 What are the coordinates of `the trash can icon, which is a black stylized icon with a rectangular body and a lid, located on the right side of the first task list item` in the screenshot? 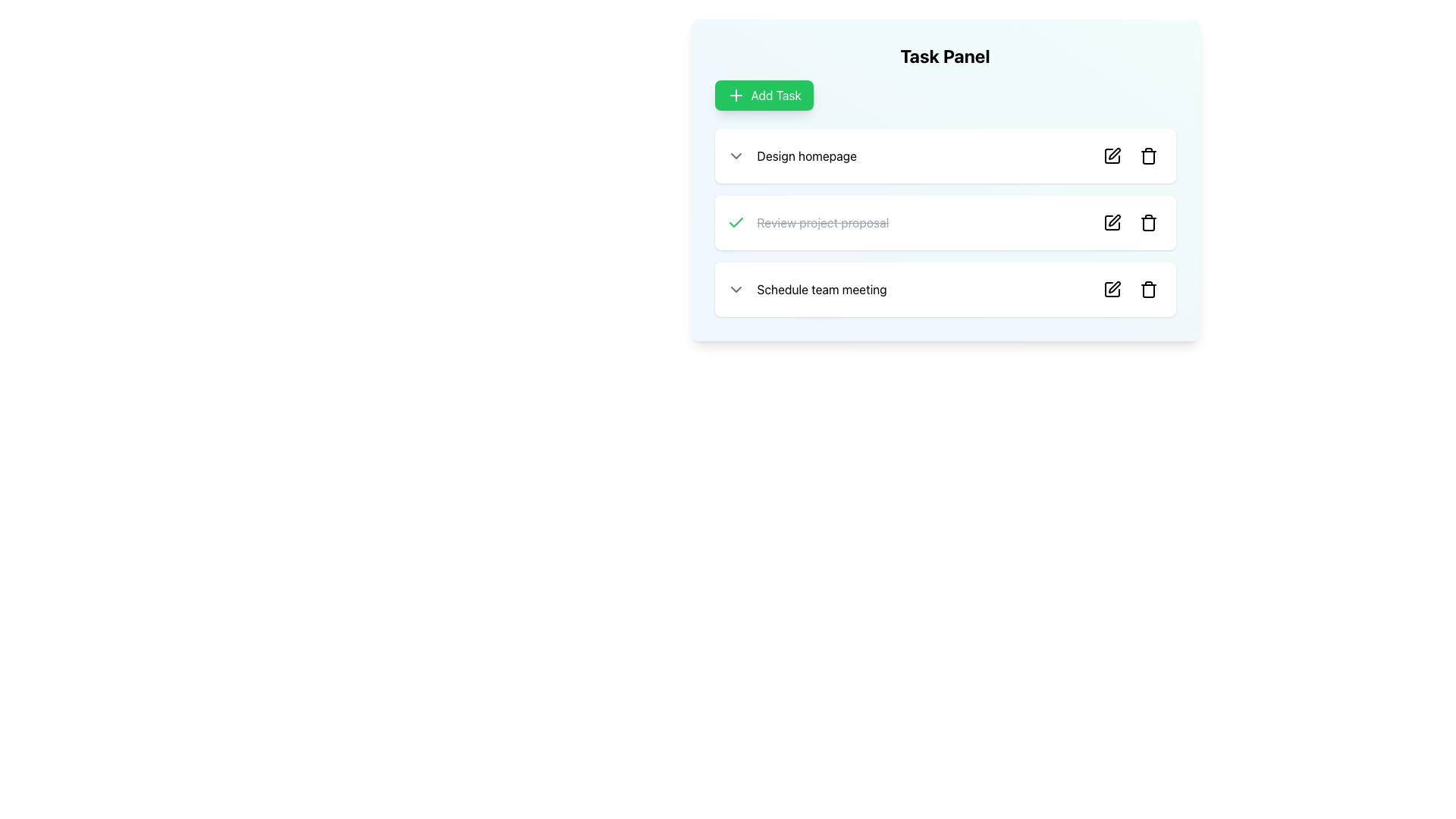 It's located at (1148, 155).